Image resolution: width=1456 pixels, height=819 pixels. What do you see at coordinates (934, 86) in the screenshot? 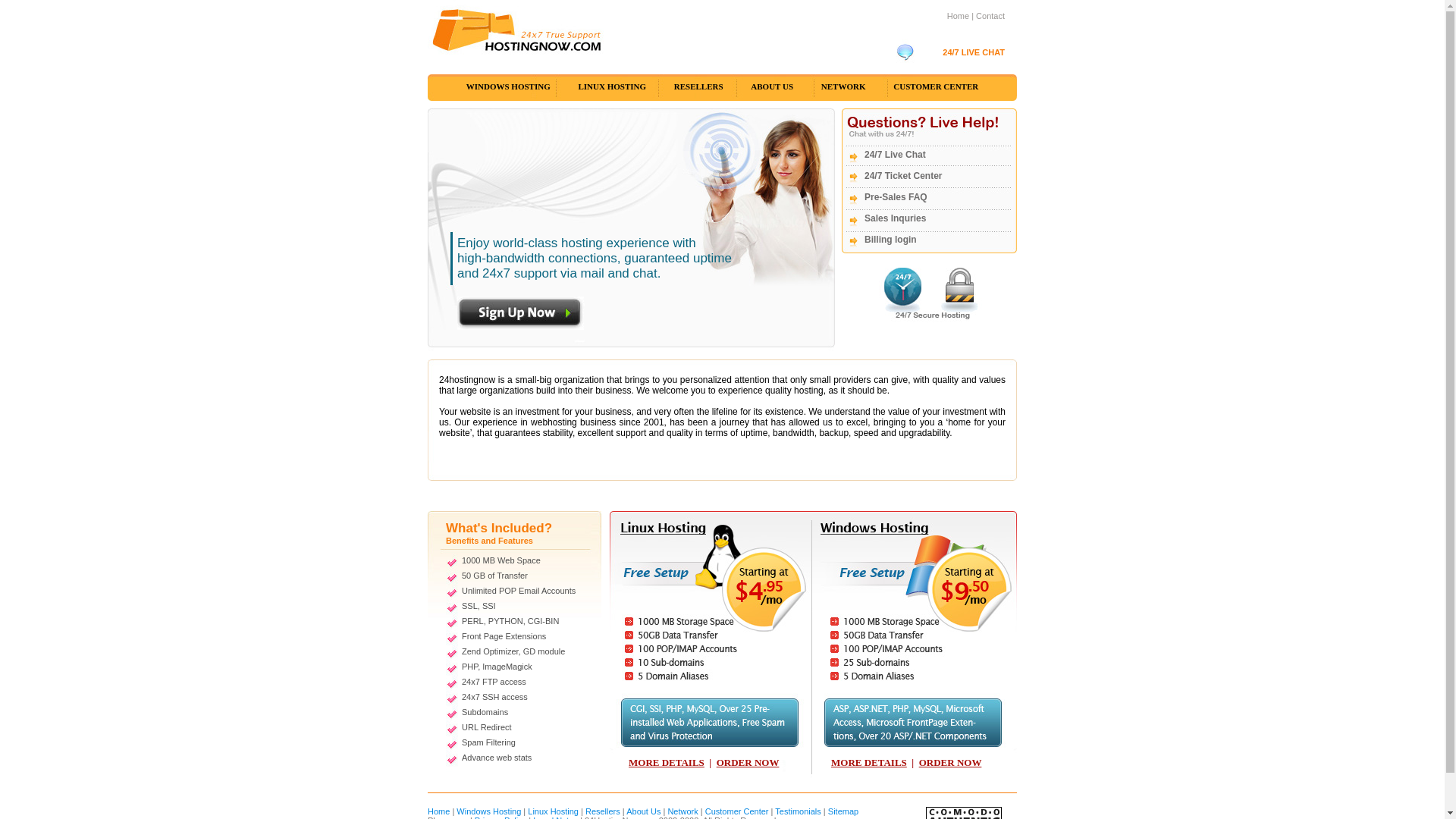
I see `'CUSTOMER CENTER'` at bounding box center [934, 86].